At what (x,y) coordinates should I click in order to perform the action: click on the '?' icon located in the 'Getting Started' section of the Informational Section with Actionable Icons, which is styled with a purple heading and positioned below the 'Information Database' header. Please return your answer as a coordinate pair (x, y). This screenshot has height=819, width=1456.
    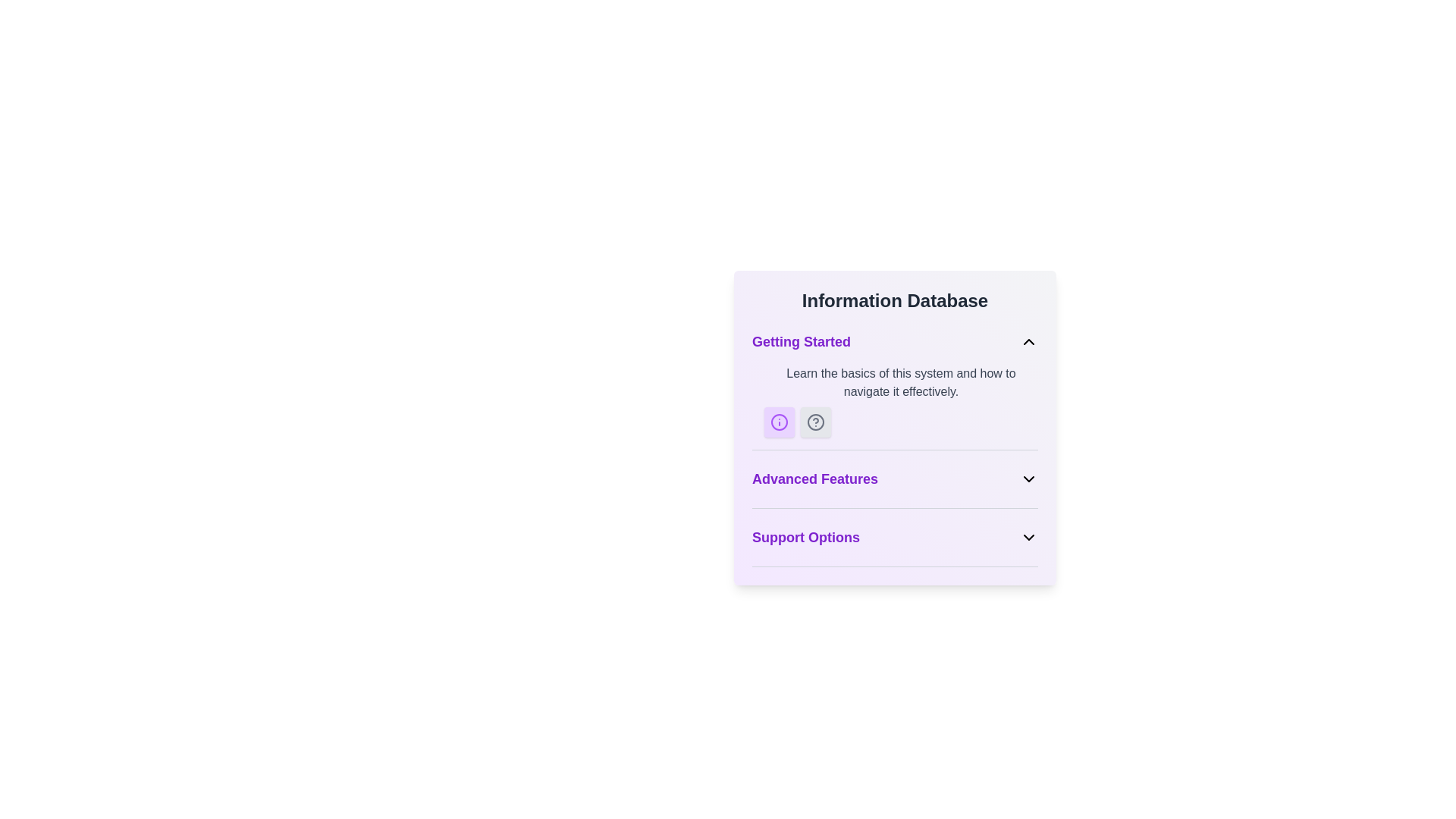
    Looking at the image, I should click on (895, 387).